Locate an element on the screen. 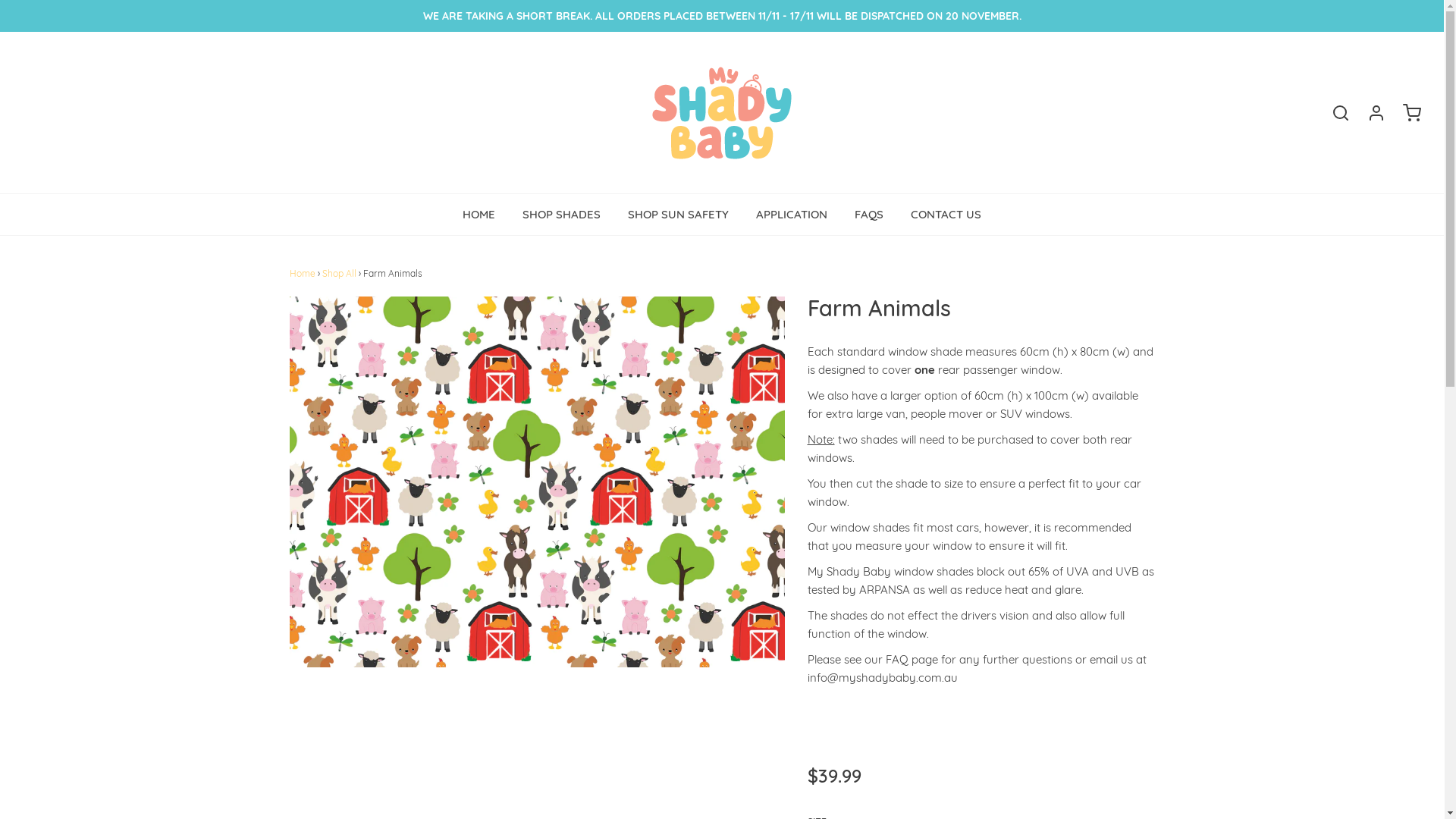 The image size is (1456, 819). 'APPLICATION' is located at coordinates (790, 214).